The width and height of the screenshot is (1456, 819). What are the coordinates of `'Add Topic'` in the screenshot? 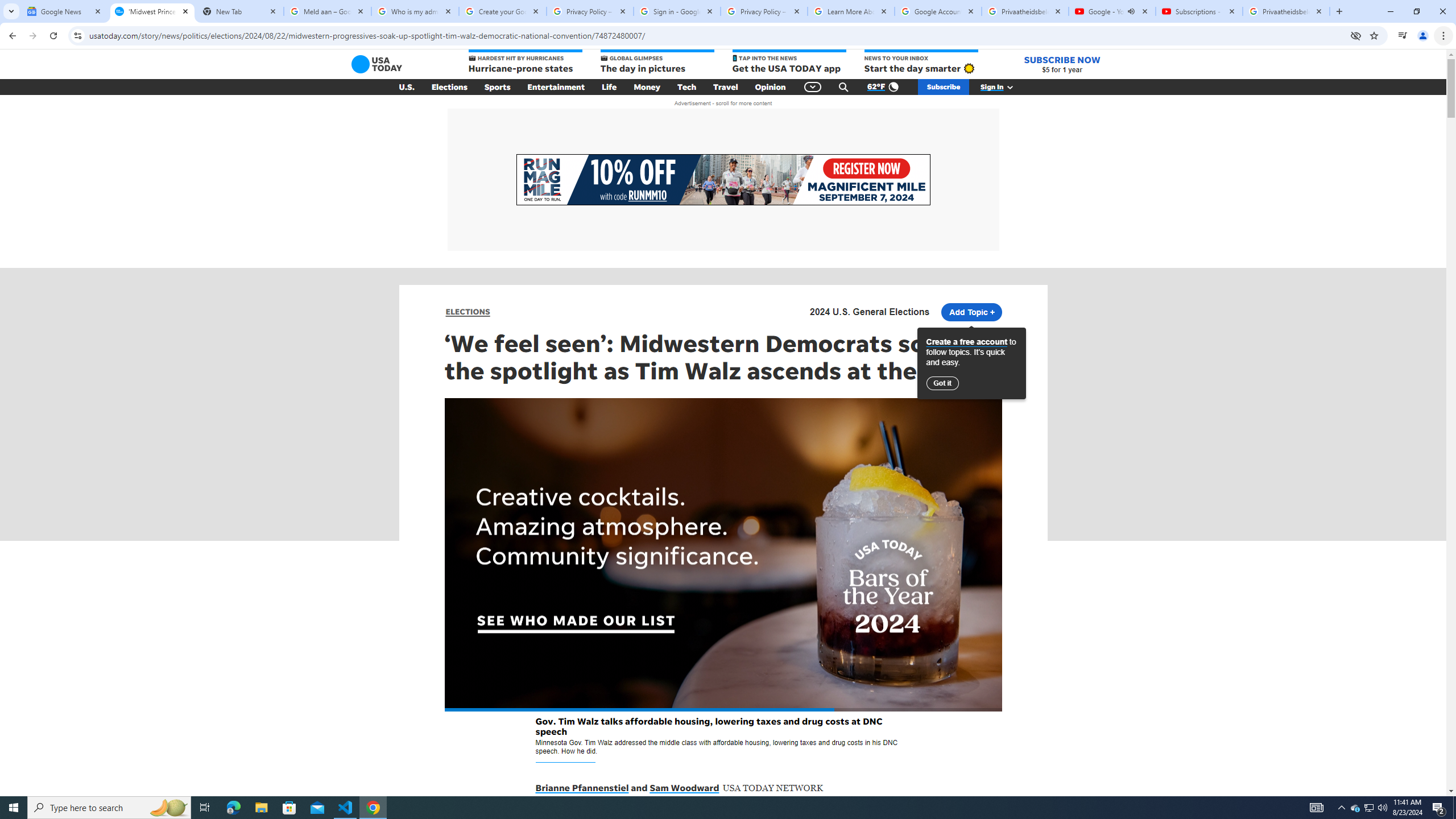 It's located at (971, 311).